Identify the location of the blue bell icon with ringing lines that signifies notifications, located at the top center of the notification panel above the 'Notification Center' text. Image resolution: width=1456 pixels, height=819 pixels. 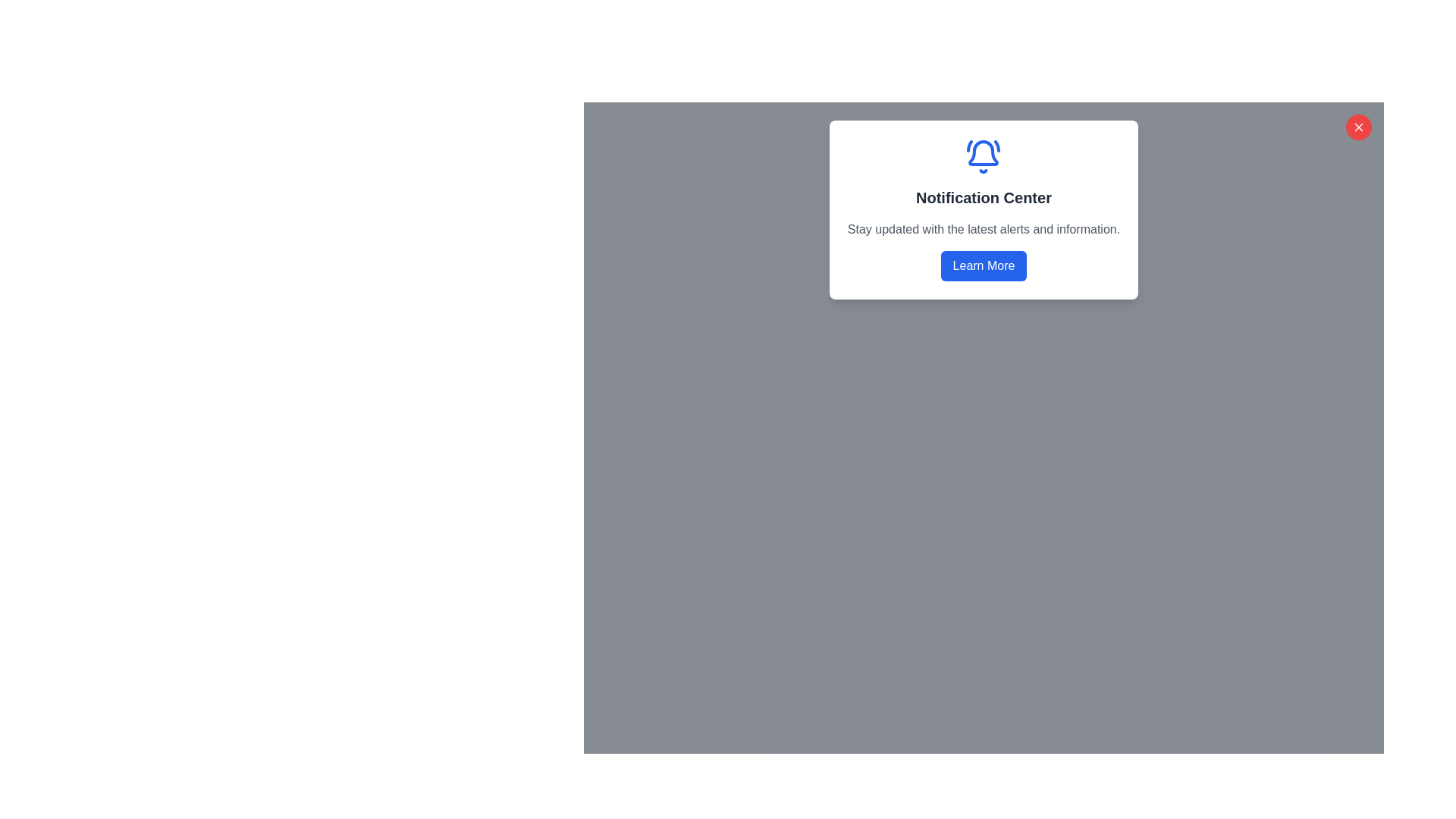
(984, 157).